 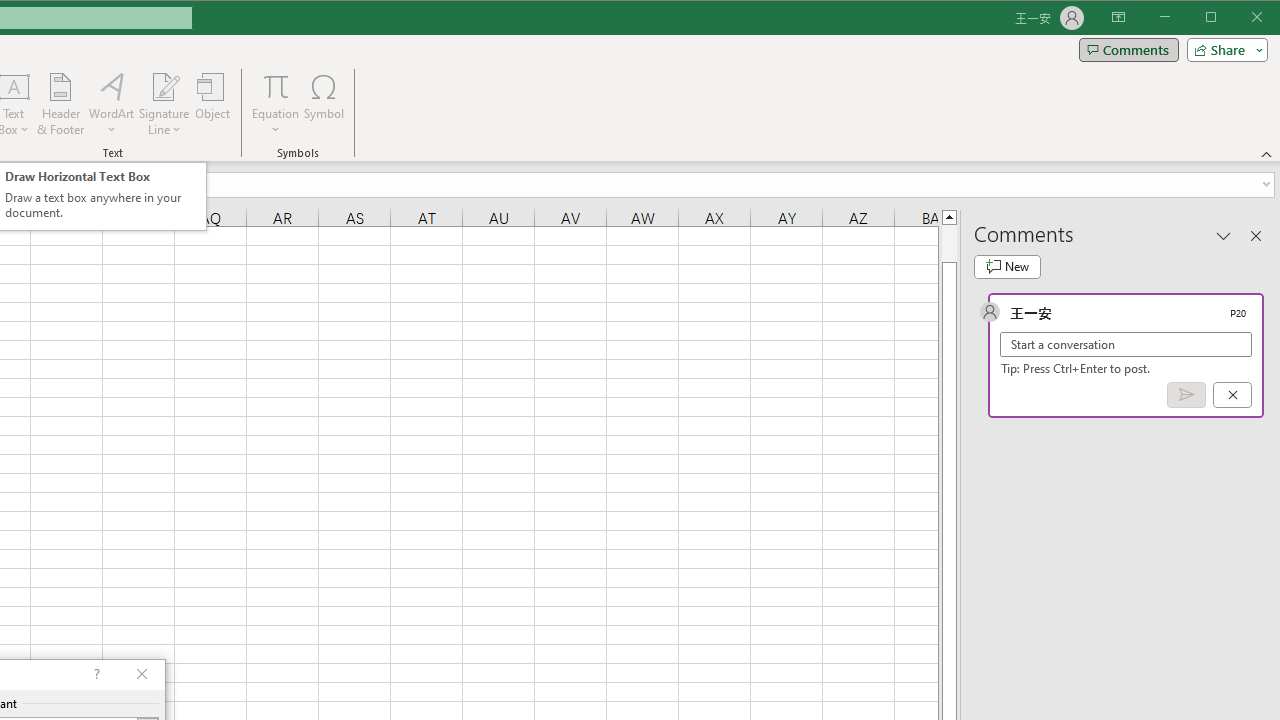 What do you see at coordinates (324, 104) in the screenshot?
I see `'Symbol...'` at bounding box center [324, 104].